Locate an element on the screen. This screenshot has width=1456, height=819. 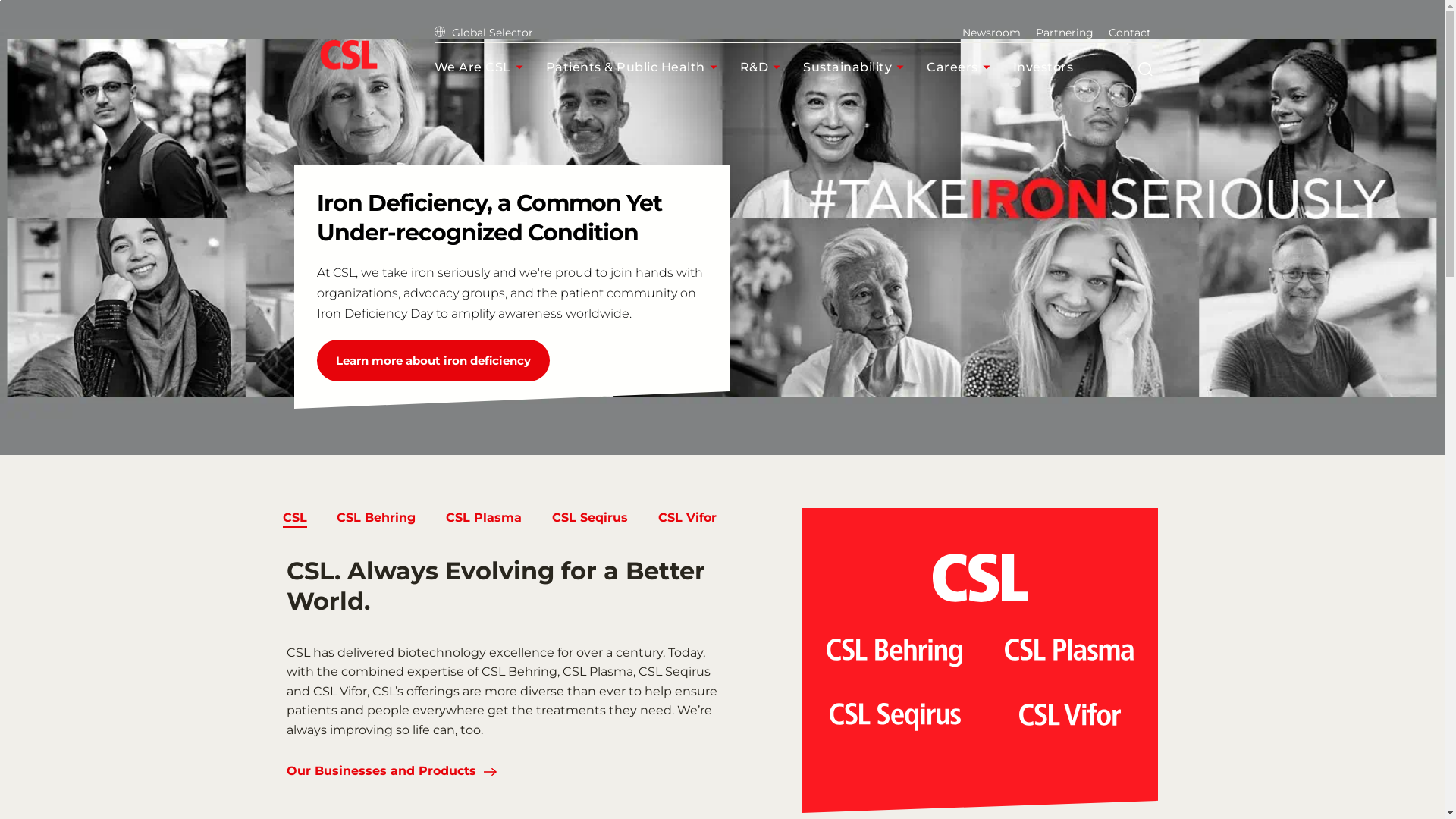
'Patients & Public Health' is located at coordinates (546, 66).